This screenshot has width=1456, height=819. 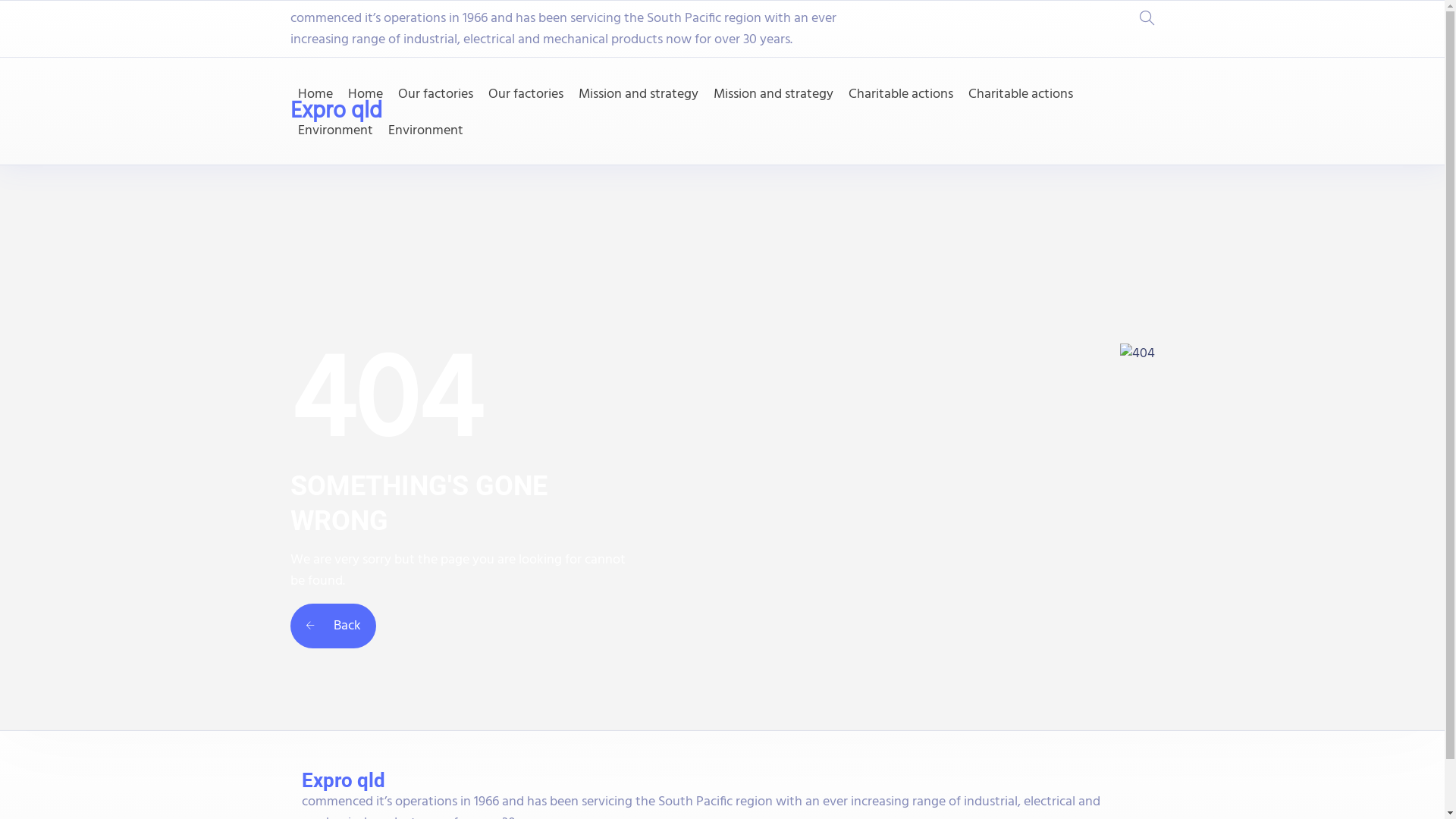 What do you see at coordinates (425, 130) in the screenshot?
I see `'Environment'` at bounding box center [425, 130].